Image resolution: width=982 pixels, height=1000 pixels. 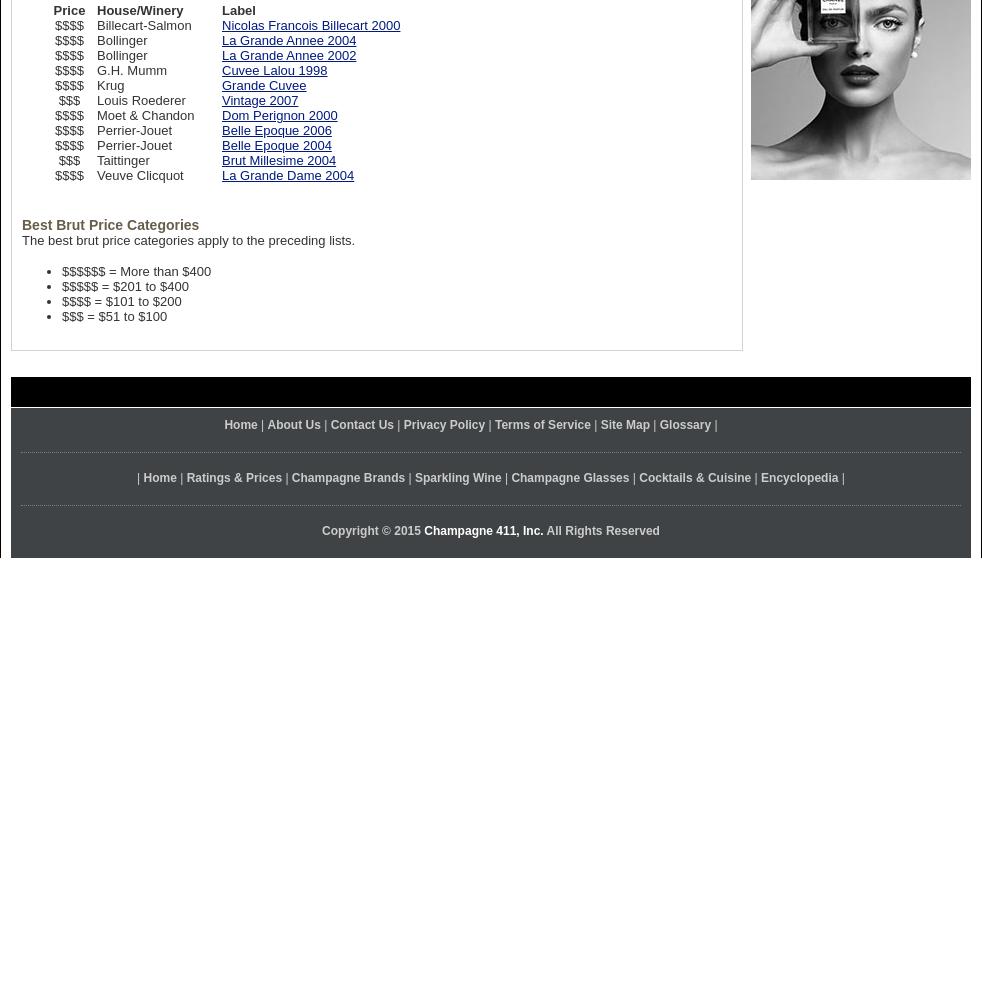 I want to click on 'Encyclopedia', so click(x=799, y=477).